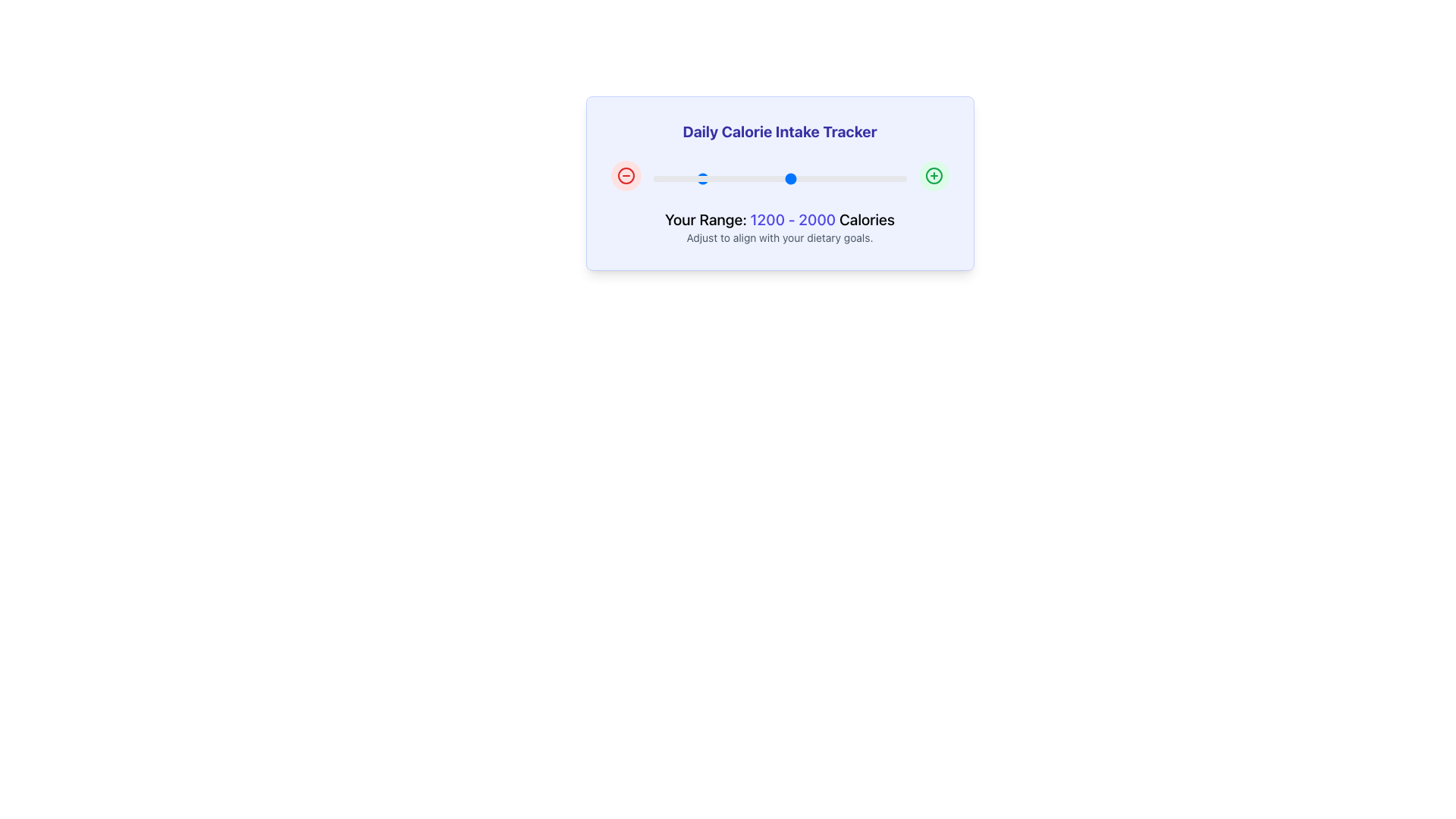 Image resolution: width=1456 pixels, height=819 pixels. I want to click on the Text Label that provides auxiliary descriptive information about the calorie range displayed above, located directly beneath the larger calorie range text 'Your Range: 1200 - 2000 Calories', so click(780, 237).